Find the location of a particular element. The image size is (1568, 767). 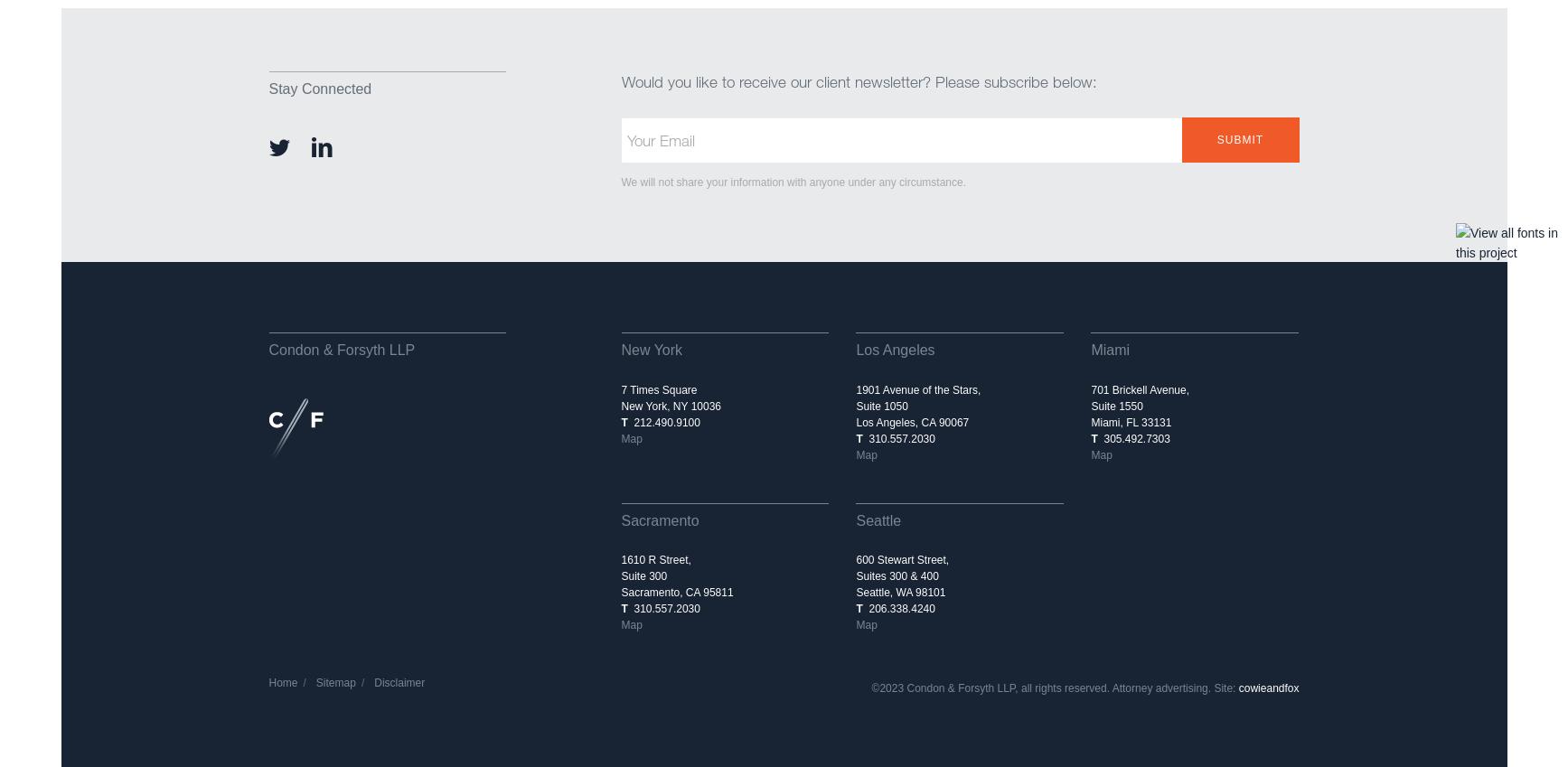

'Disclaimer' is located at coordinates (399, 682).